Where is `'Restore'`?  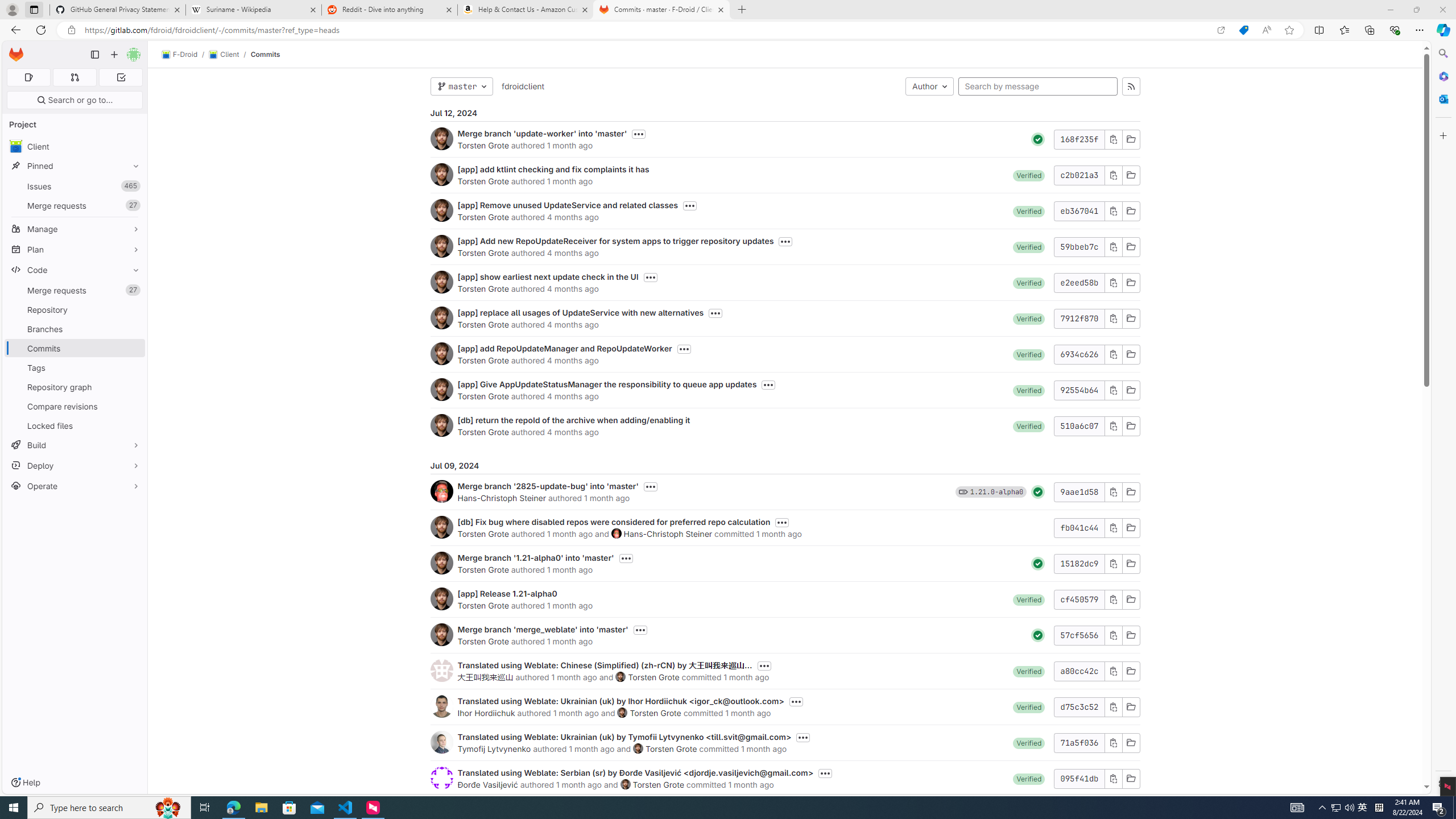 'Restore' is located at coordinates (1416, 9).